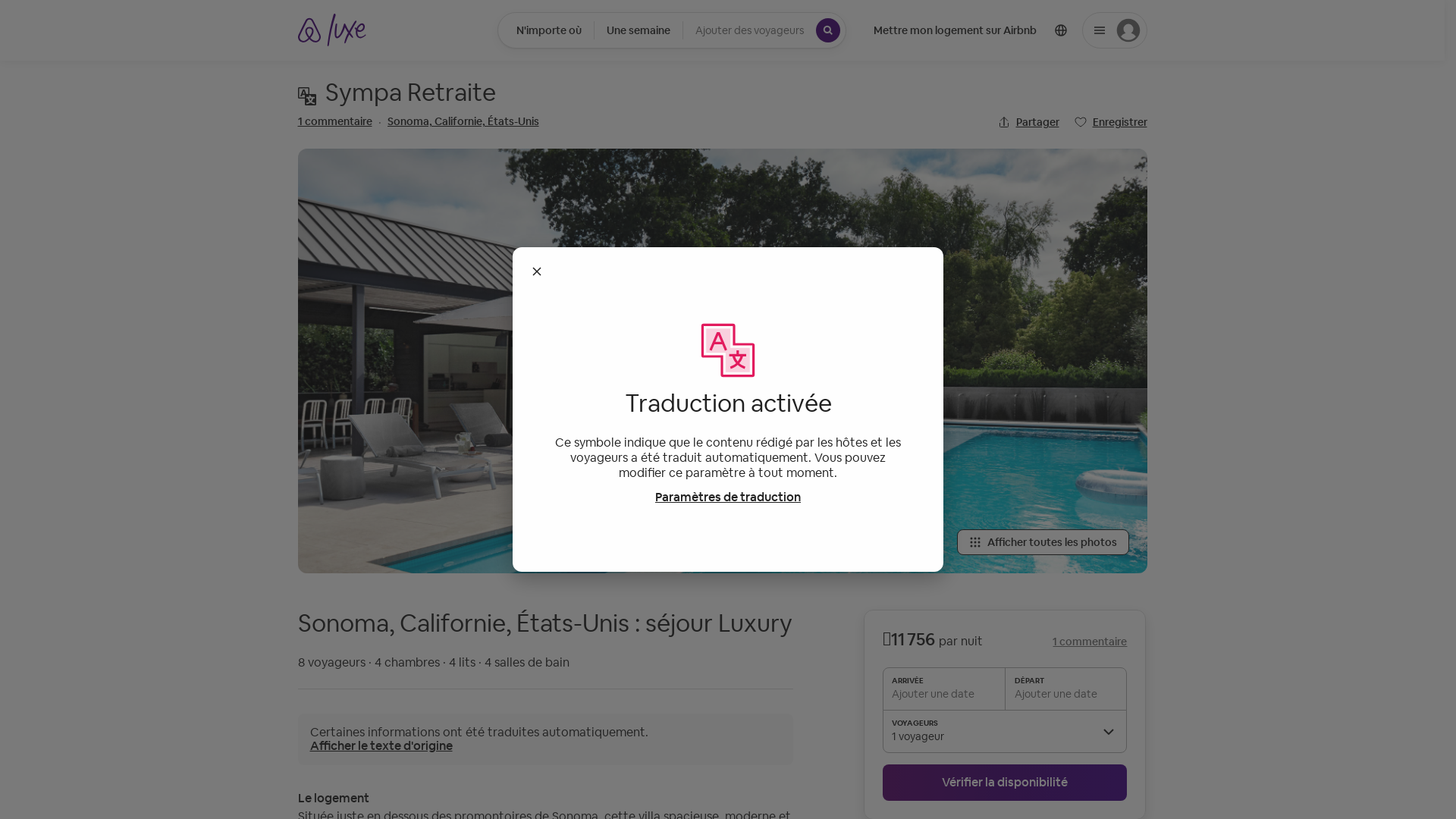  I want to click on '1 commentaire', so click(334, 120).